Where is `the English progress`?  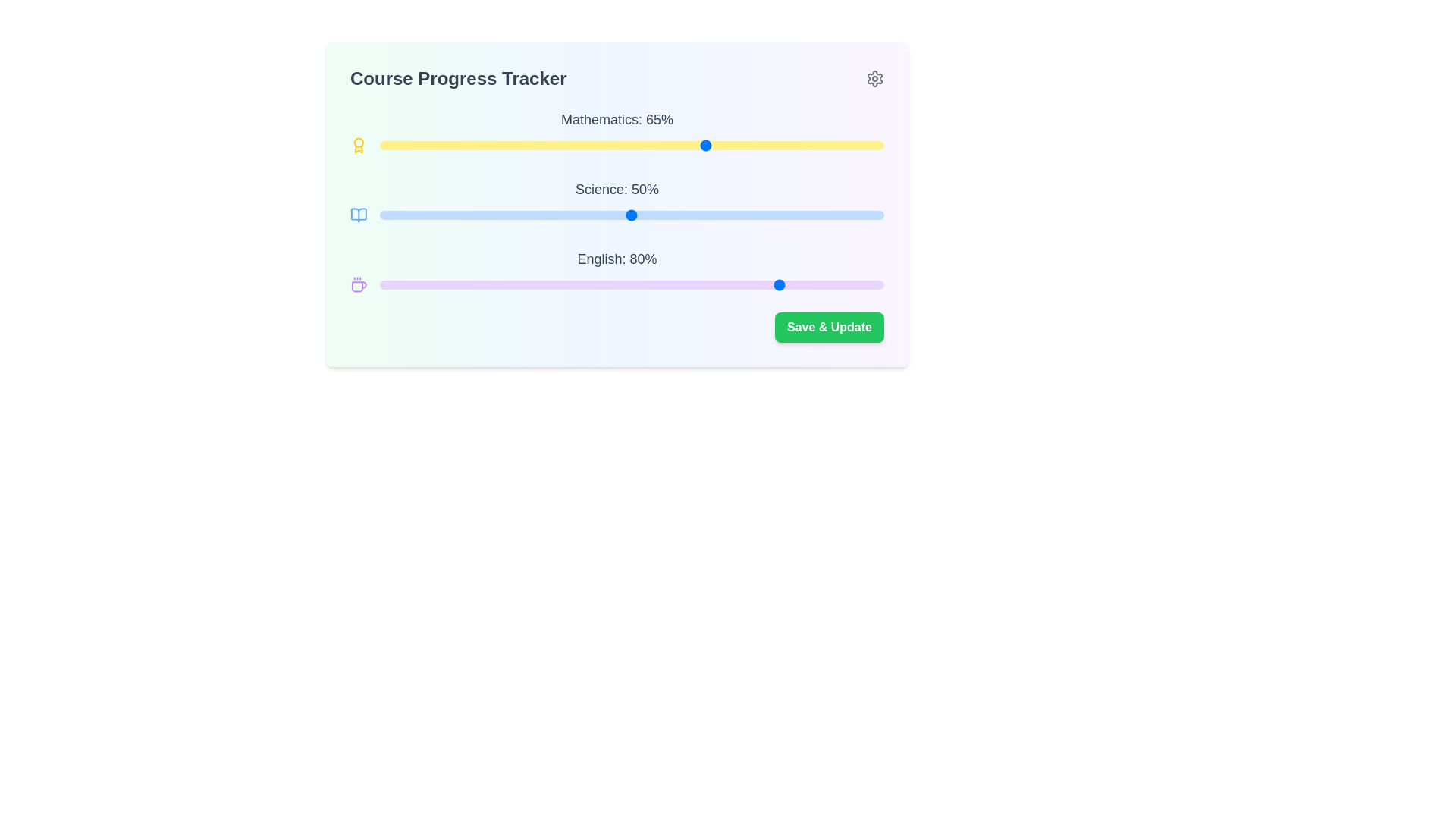
the English progress is located at coordinates (444, 284).